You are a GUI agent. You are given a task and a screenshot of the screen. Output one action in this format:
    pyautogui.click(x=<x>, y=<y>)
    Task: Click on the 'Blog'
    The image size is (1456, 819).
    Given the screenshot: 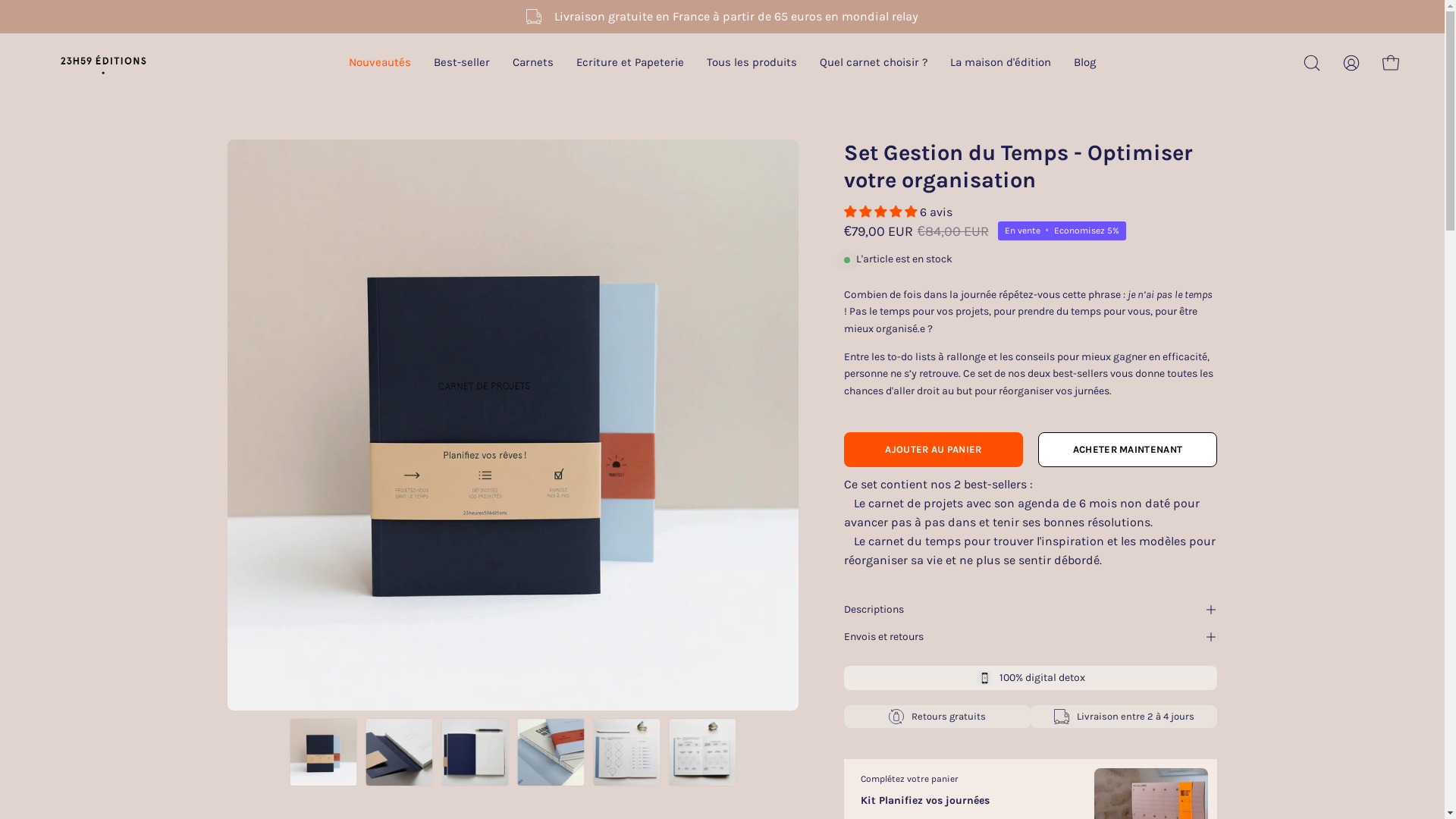 What is the action you would take?
    pyautogui.click(x=1084, y=62)
    